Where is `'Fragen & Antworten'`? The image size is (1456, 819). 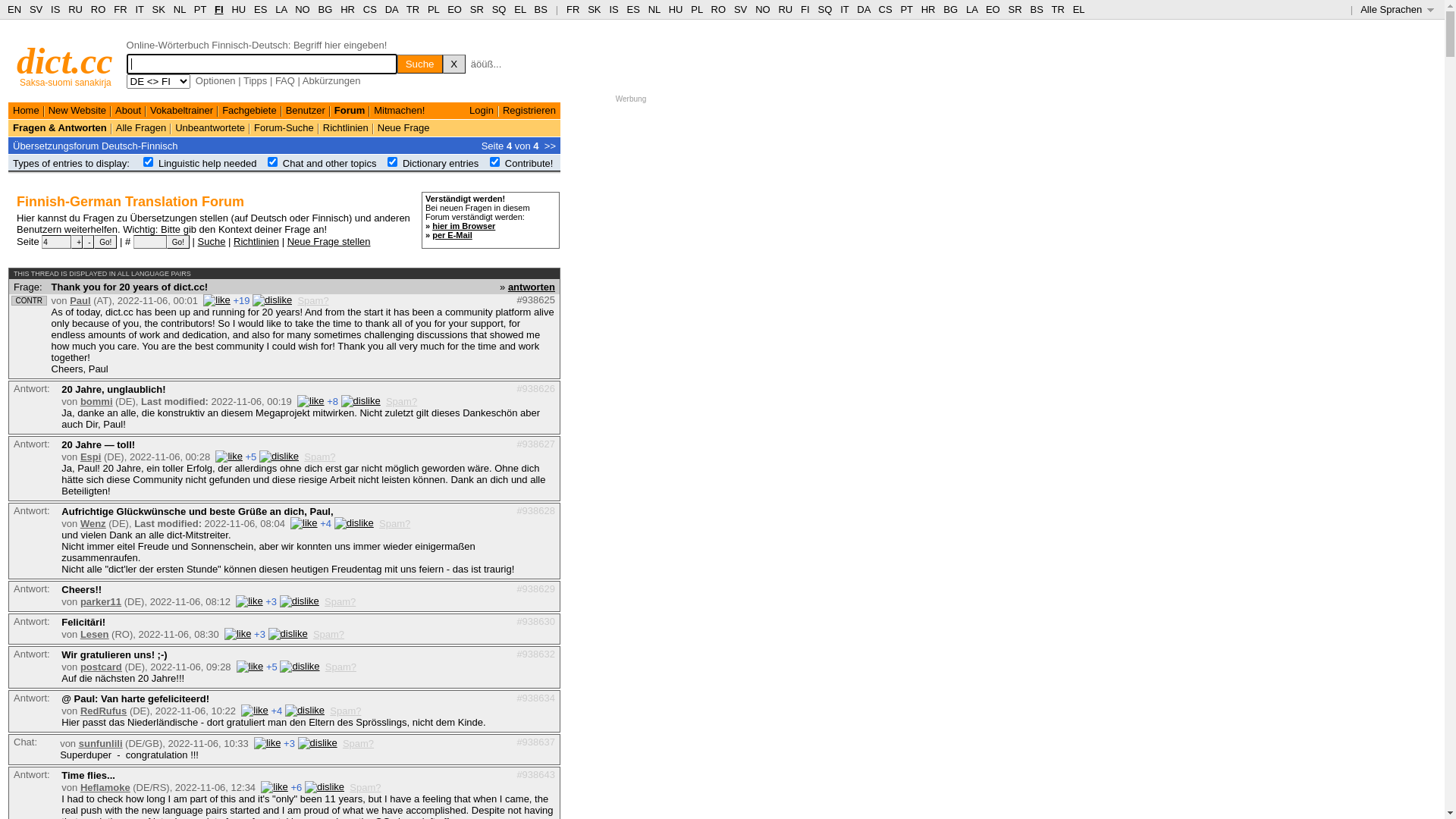 'Fragen & Antworten' is located at coordinates (59, 127).